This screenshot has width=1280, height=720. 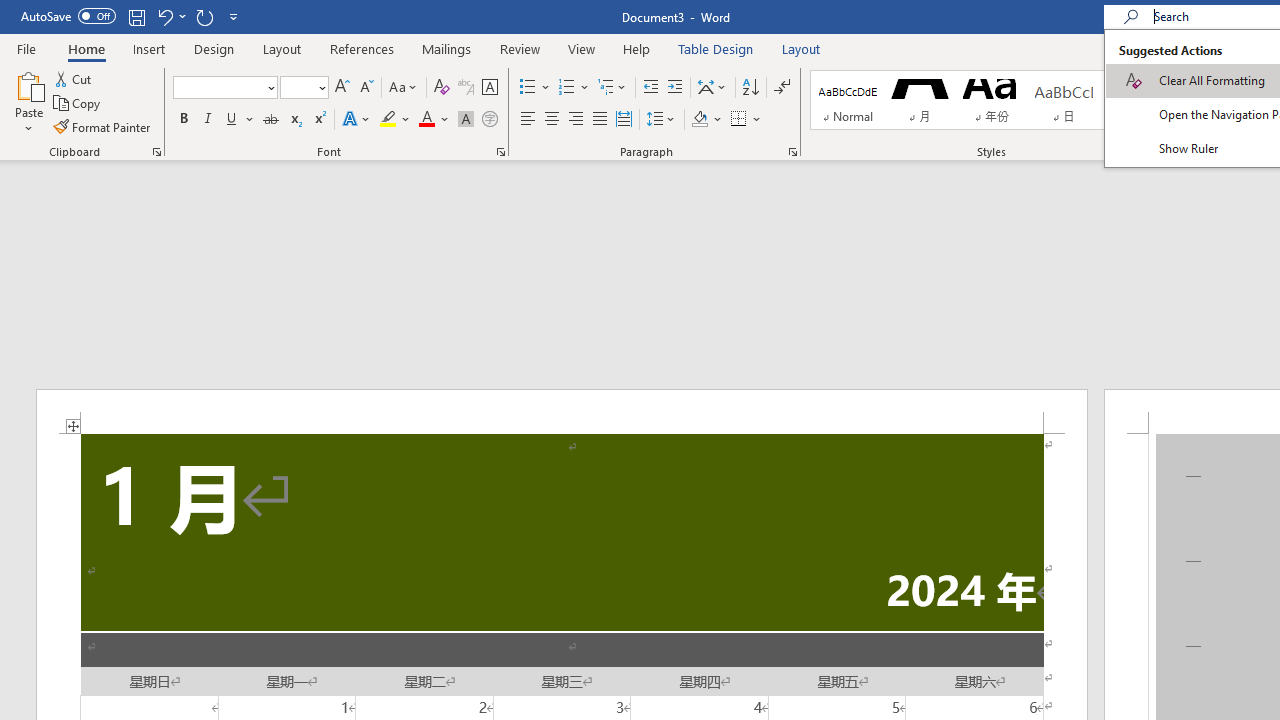 What do you see at coordinates (489, 119) in the screenshot?
I see `'Enclose Characters...'` at bounding box center [489, 119].